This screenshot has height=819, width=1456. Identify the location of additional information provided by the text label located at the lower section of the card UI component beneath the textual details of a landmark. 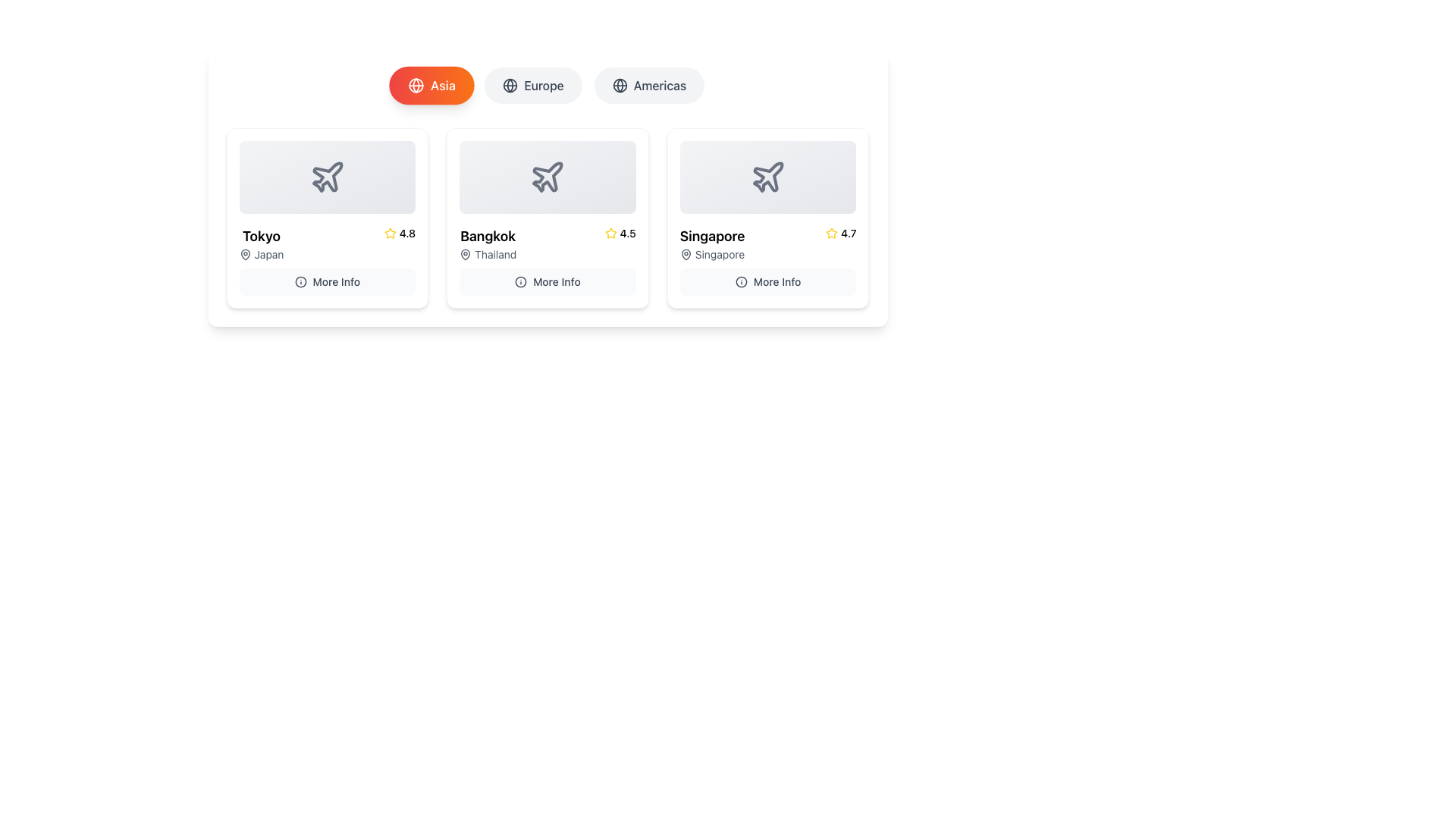
(335, 281).